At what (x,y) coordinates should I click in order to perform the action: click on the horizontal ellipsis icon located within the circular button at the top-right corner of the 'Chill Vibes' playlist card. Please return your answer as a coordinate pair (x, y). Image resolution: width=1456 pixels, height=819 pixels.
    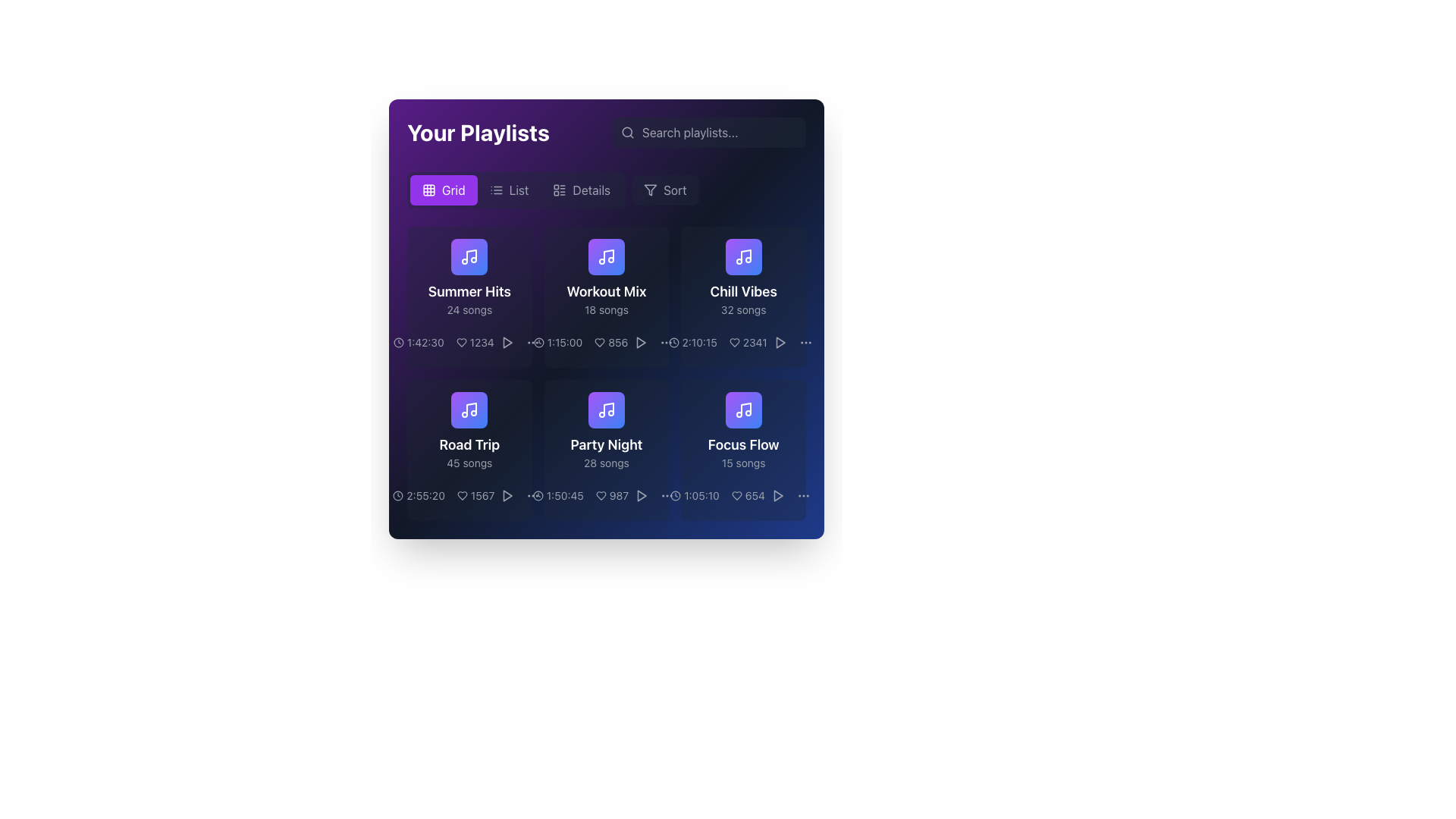
    Looking at the image, I should click on (805, 342).